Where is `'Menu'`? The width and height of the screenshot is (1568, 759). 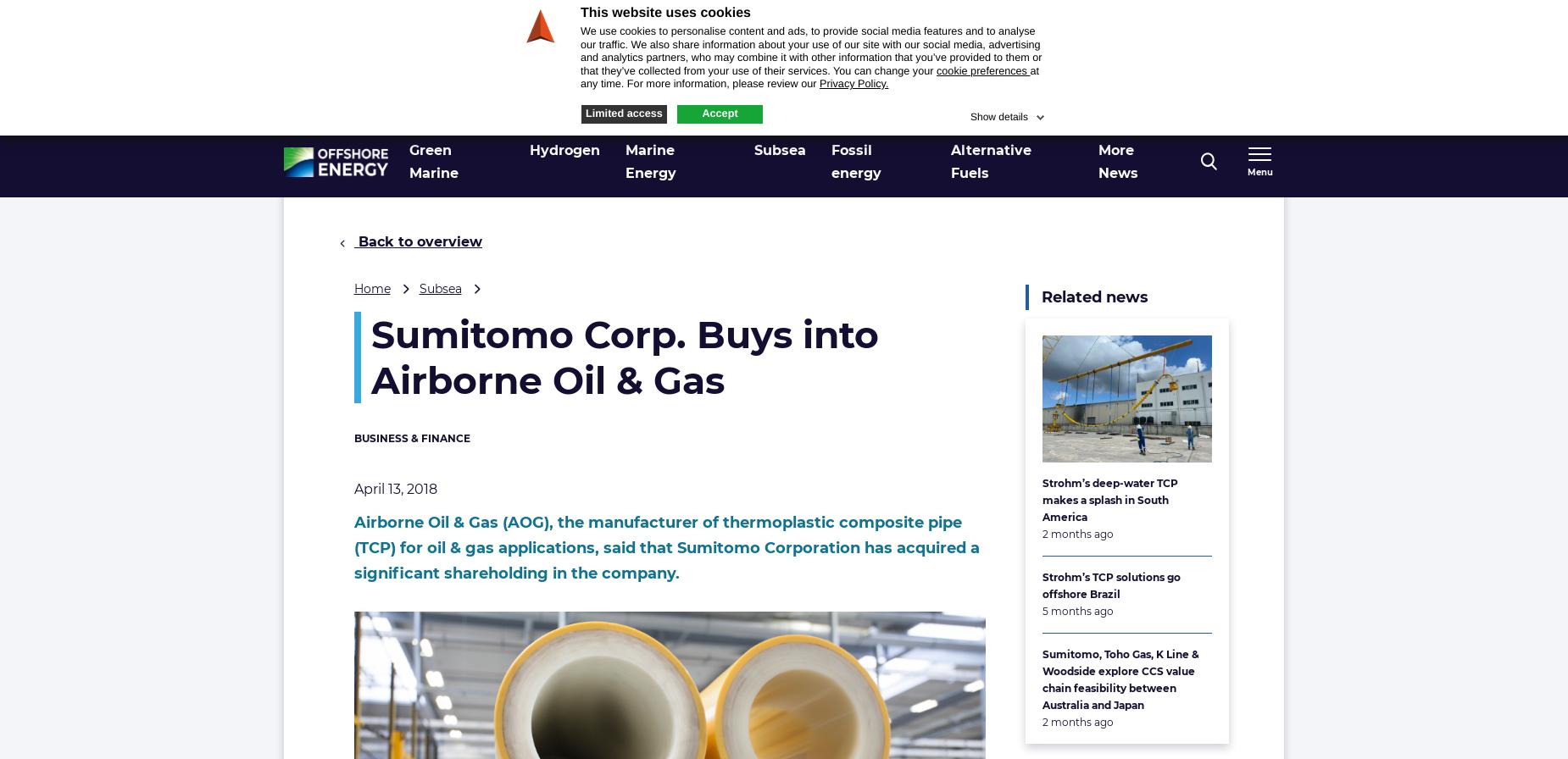
'Menu' is located at coordinates (1260, 171).